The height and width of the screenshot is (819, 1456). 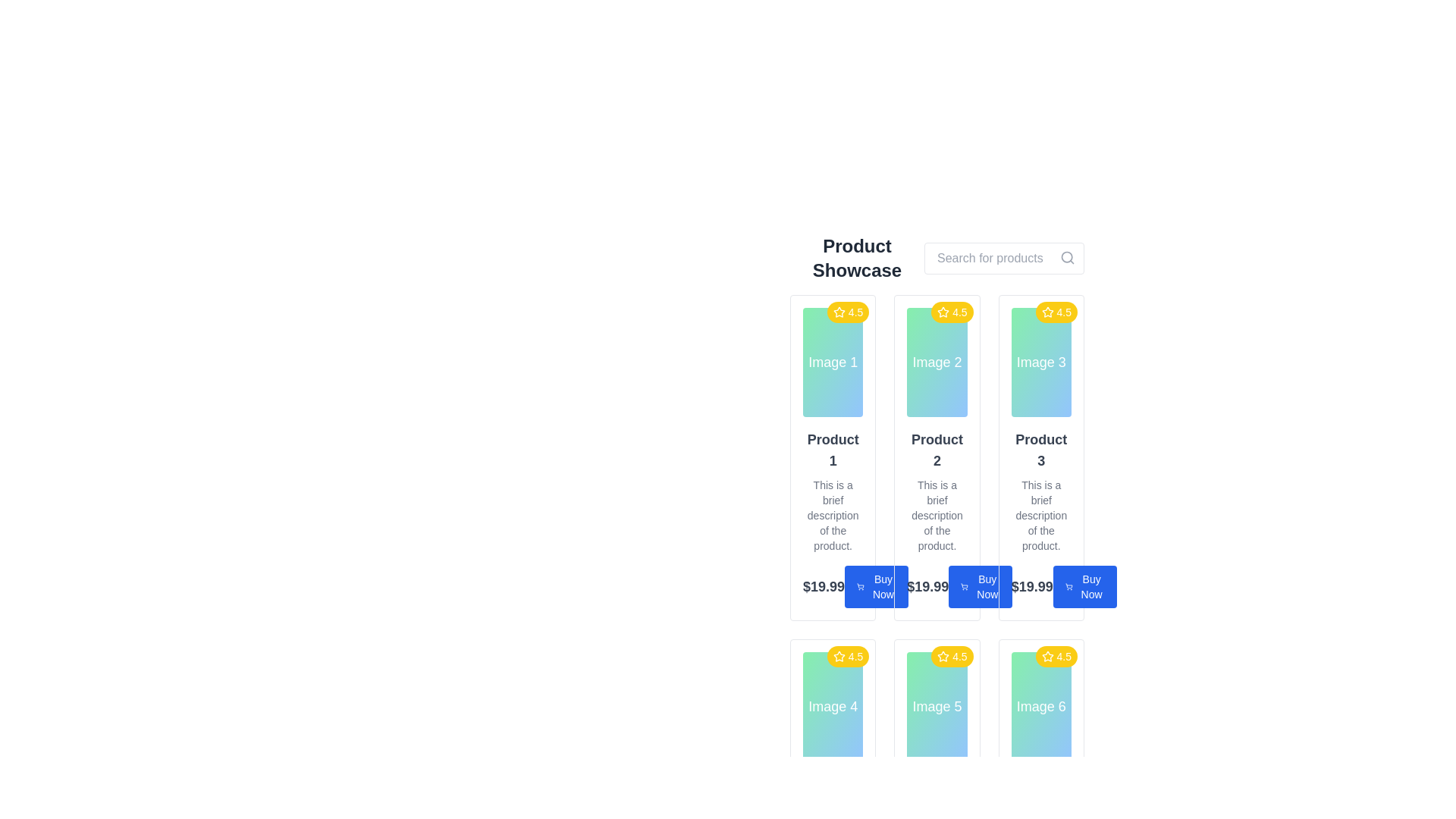 What do you see at coordinates (838, 656) in the screenshot?
I see `the star-shaped icon with a yellow background located in the top-right corner of the product card` at bounding box center [838, 656].